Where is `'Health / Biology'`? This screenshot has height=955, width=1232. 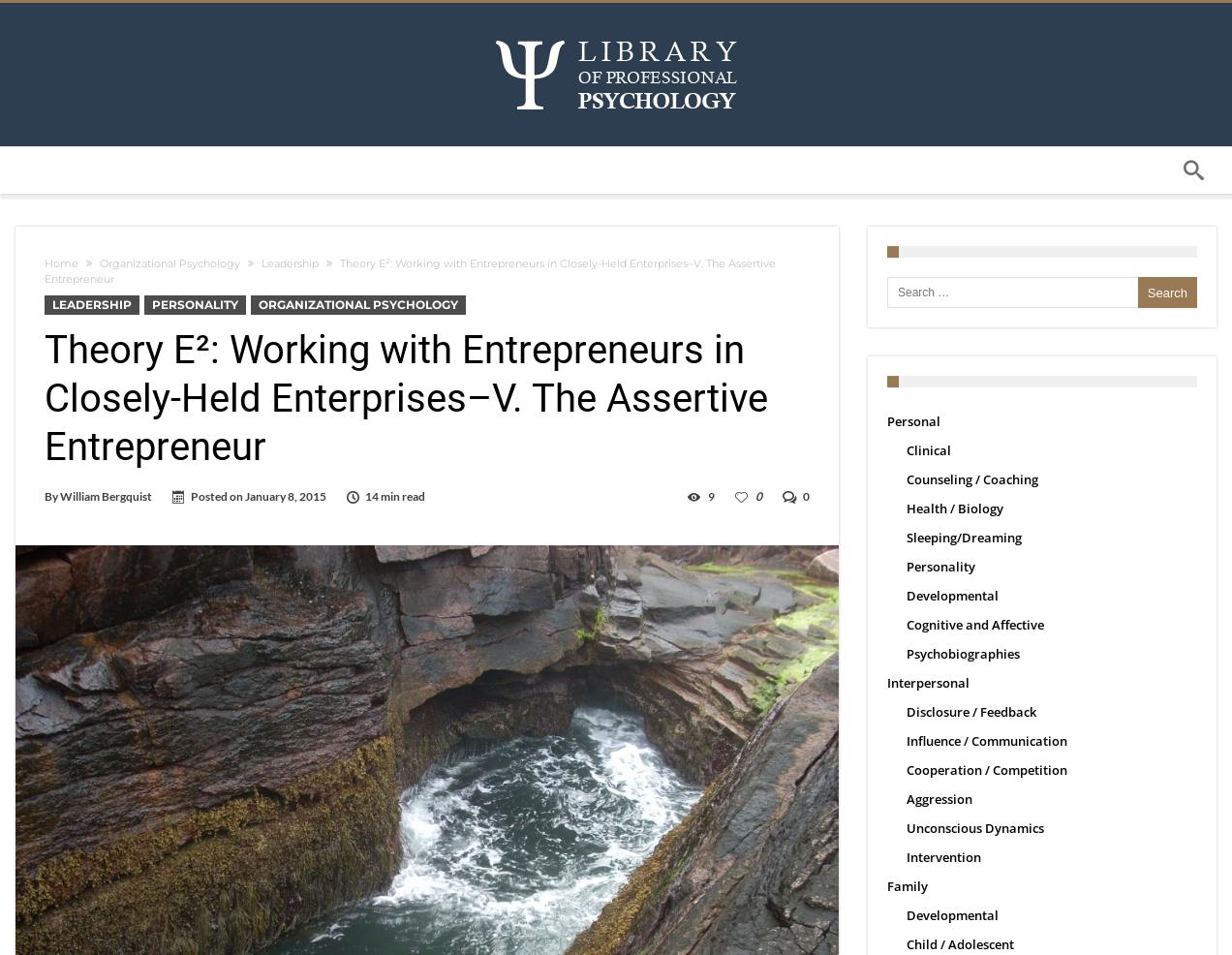 'Health / Biology' is located at coordinates (954, 508).